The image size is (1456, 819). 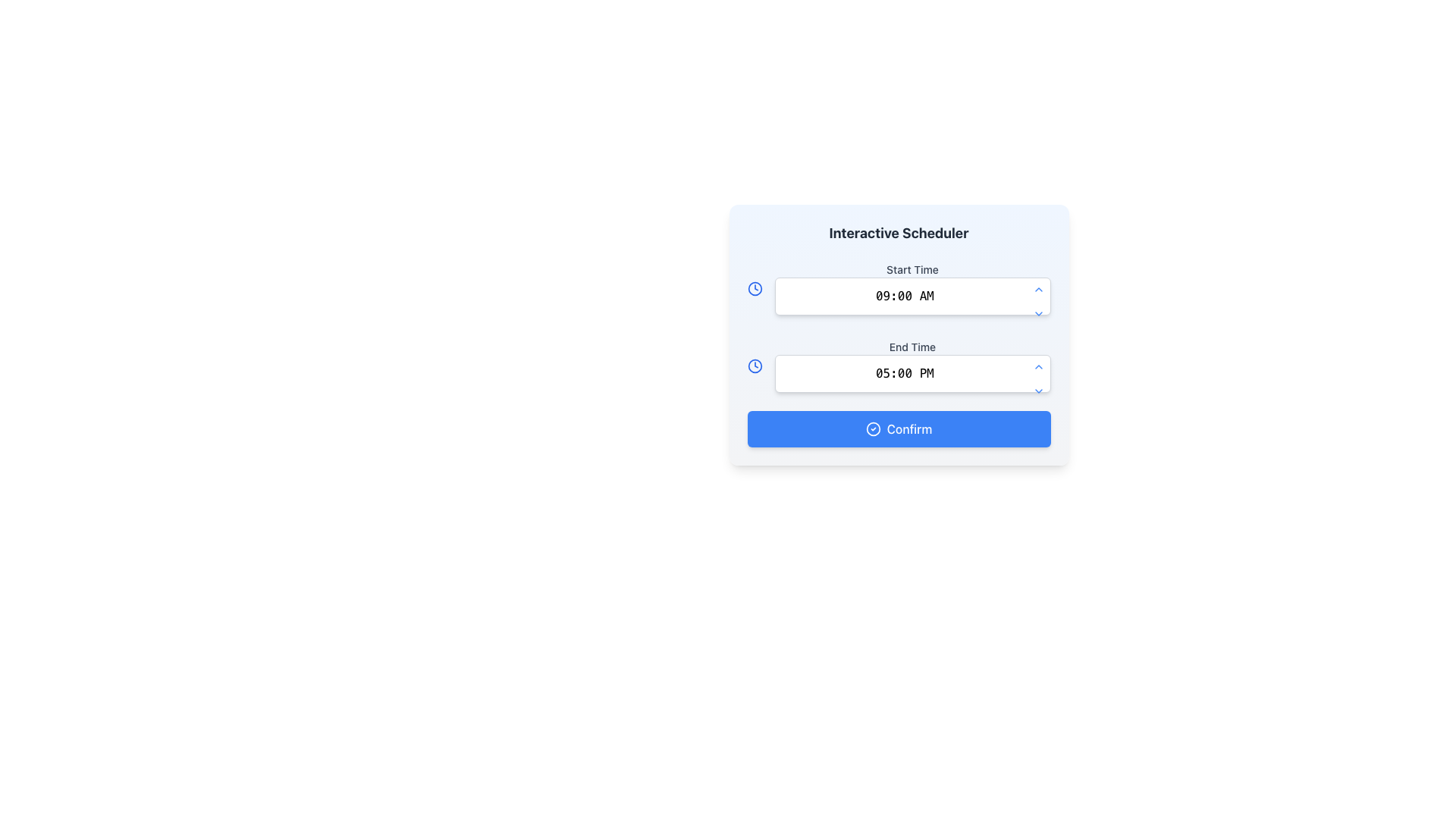 I want to click on the upward-pointing chevron icon, which is part of the dropdown mechanism for the 'End Time' input field in the second time selector, so click(x=1037, y=366).